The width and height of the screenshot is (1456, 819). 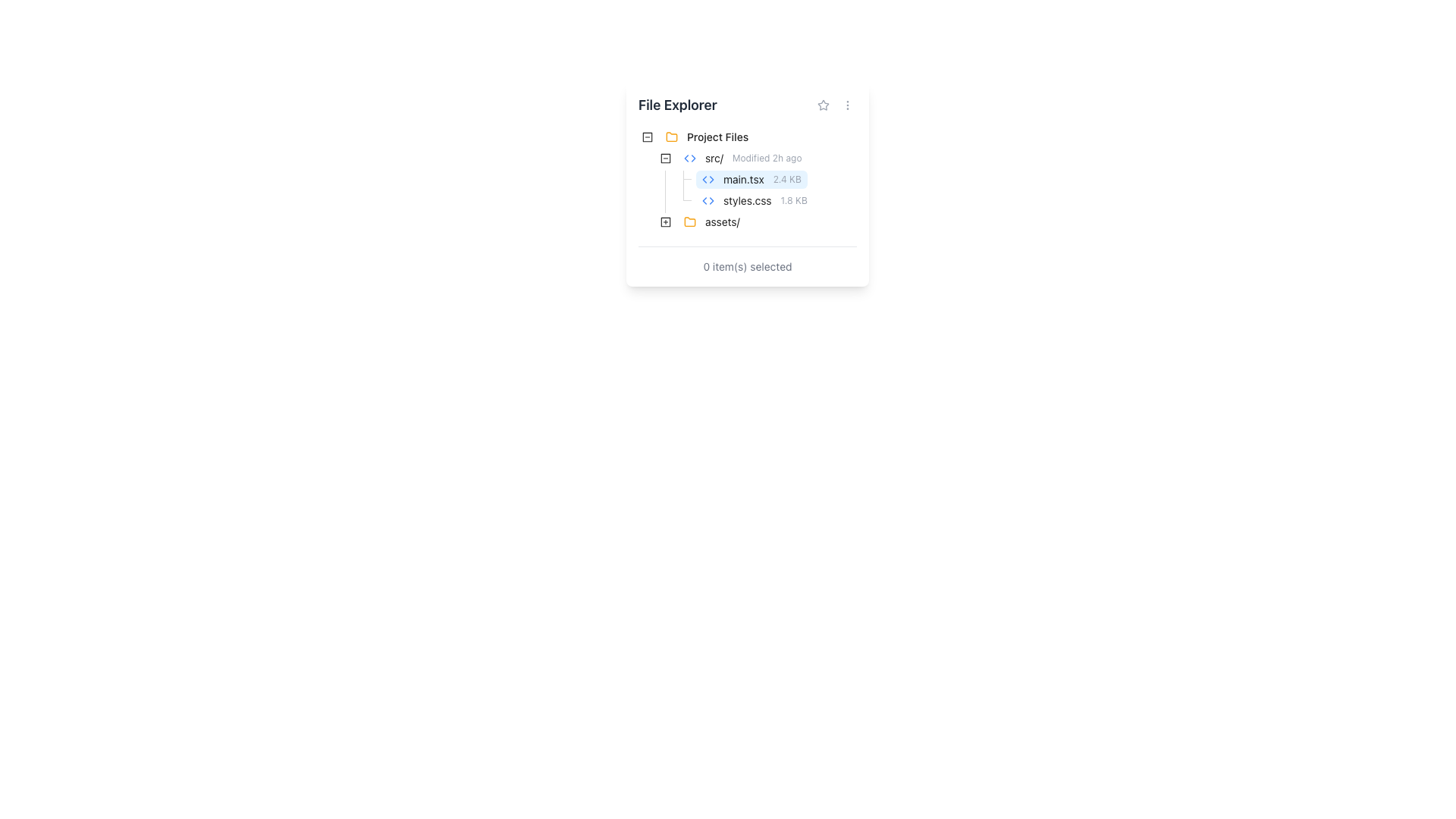 What do you see at coordinates (666, 222) in the screenshot?
I see `the Tree toggle switch icon` at bounding box center [666, 222].